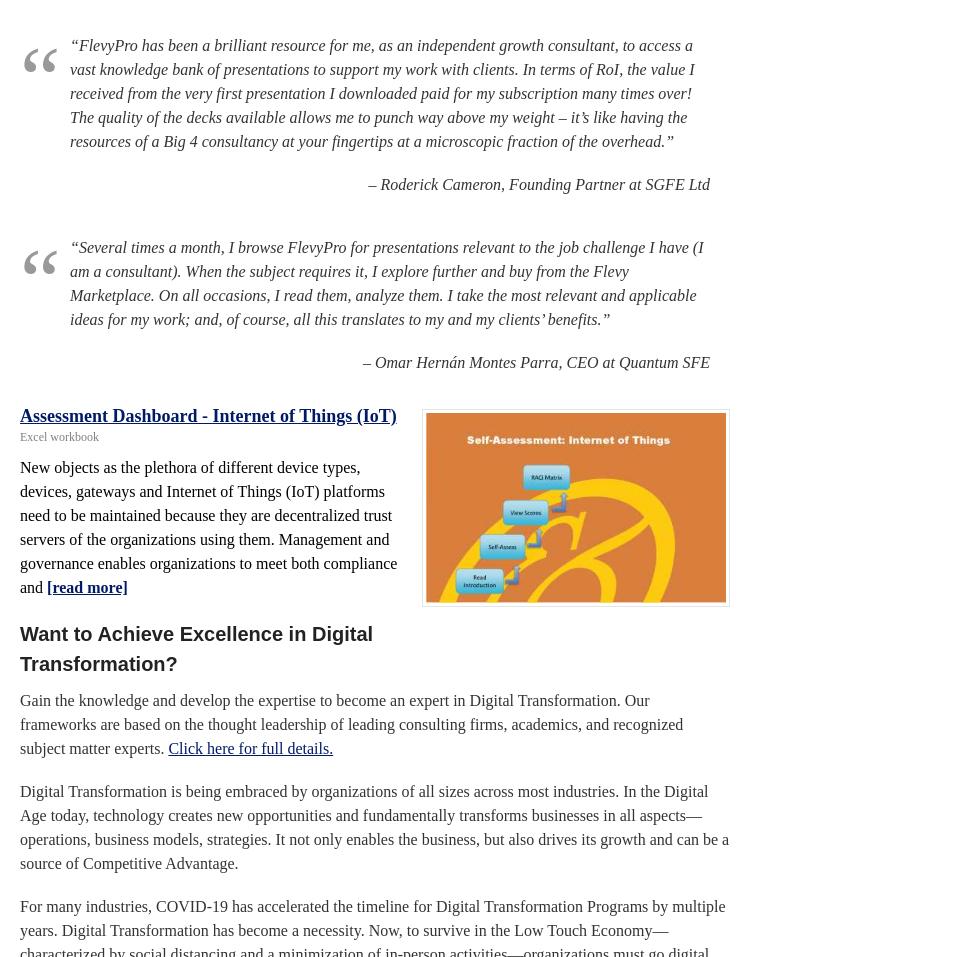 The width and height of the screenshot is (980, 957). I want to click on 'Excel workbook', so click(58, 435).